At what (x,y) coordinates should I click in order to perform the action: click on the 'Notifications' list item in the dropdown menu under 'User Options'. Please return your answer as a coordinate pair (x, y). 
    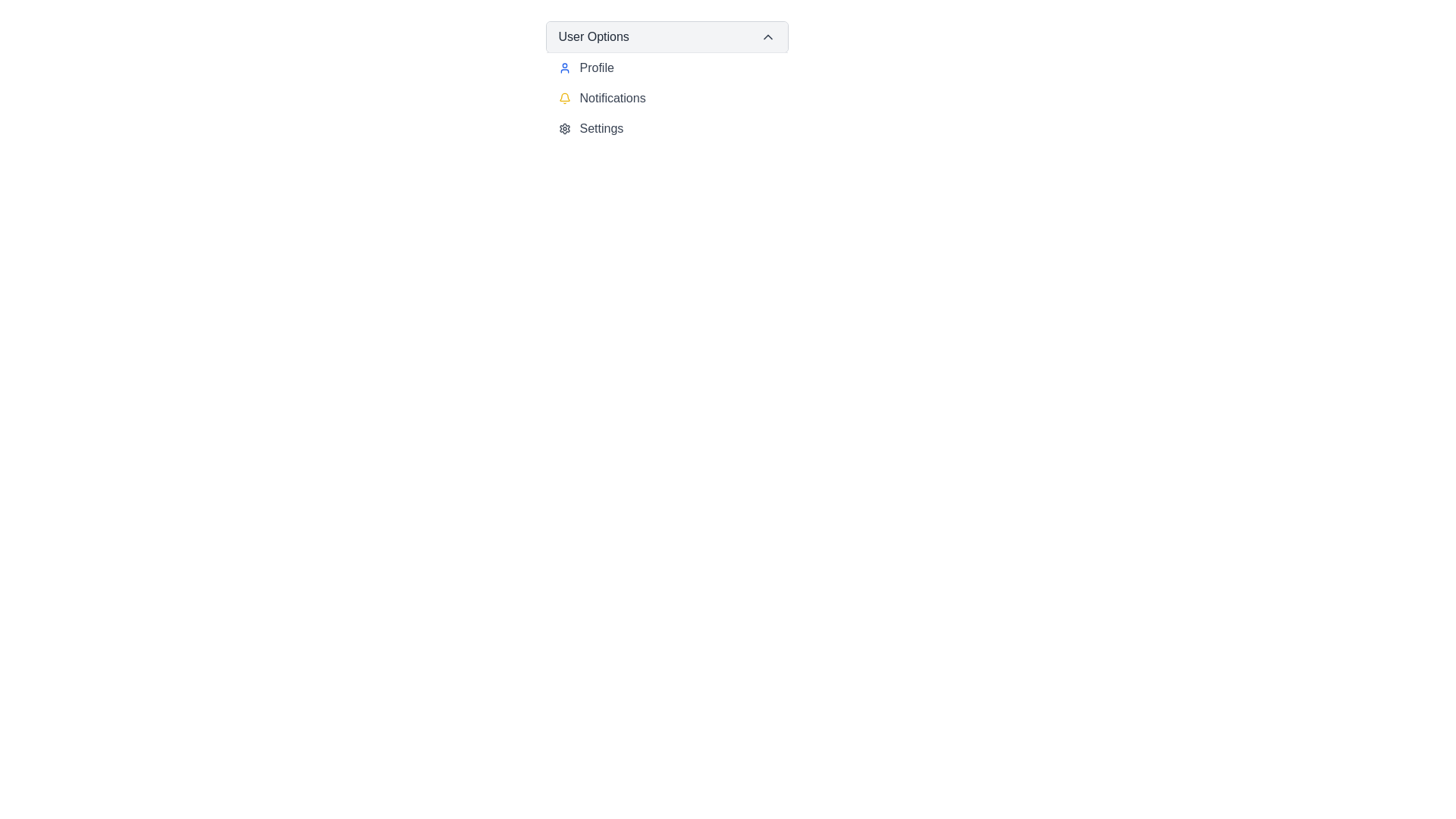
    Looking at the image, I should click on (667, 99).